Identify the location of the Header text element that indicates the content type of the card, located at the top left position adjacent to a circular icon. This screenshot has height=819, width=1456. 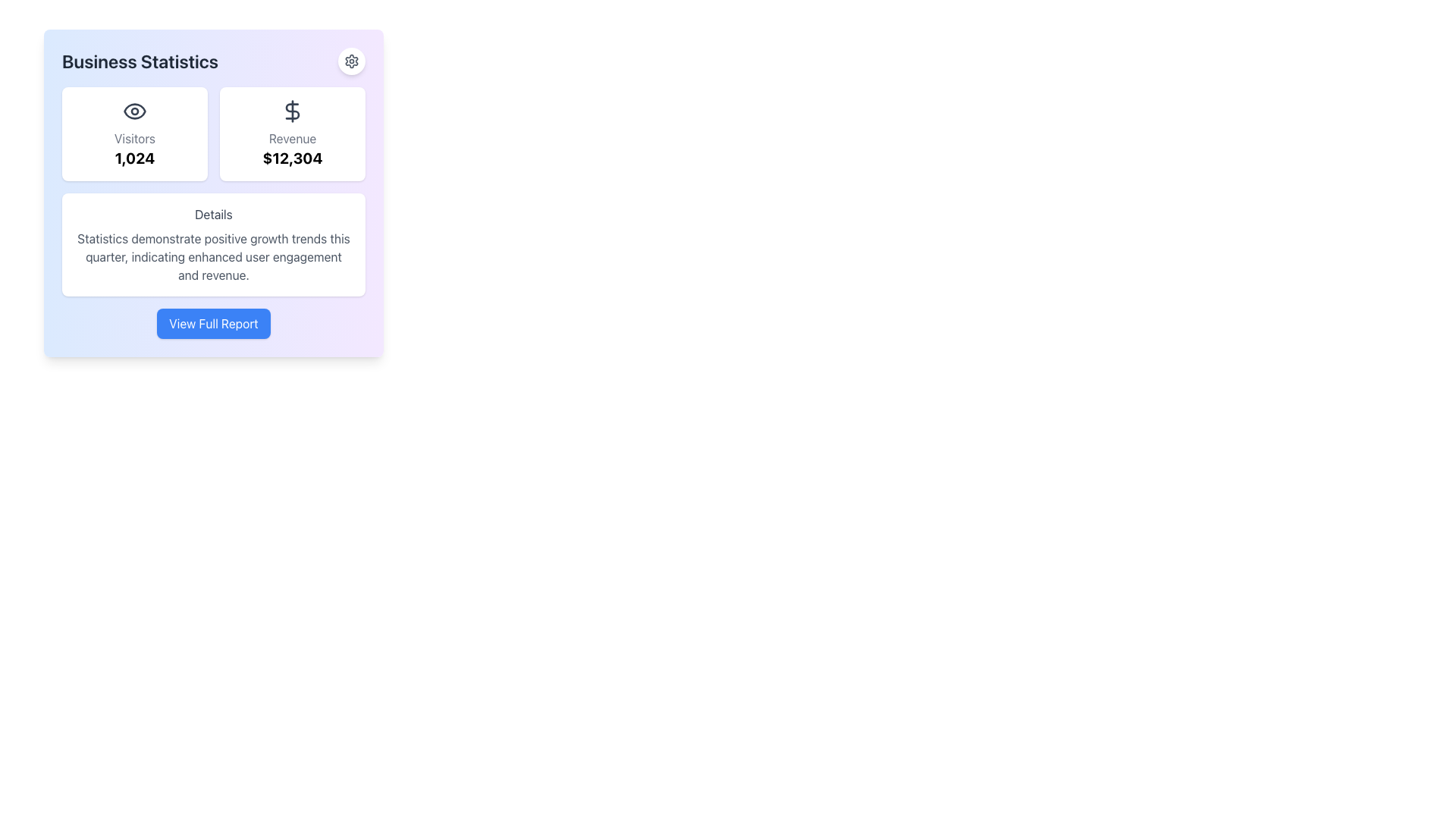
(213, 61).